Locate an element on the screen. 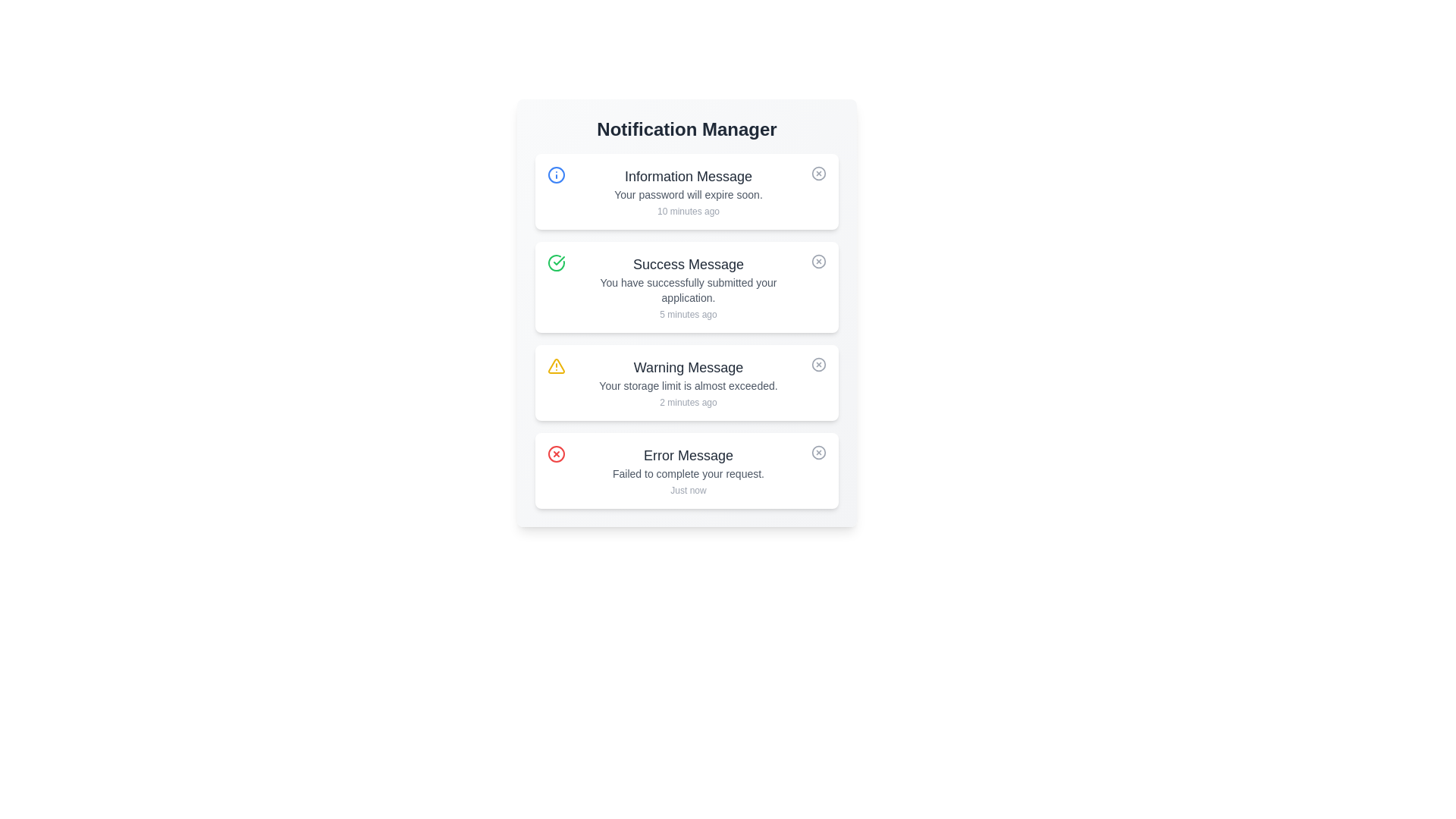 The image size is (1456, 819). the Notification Card at the top of the notification list that informs the user about their password expiring soon is located at coordinates (686, 191).